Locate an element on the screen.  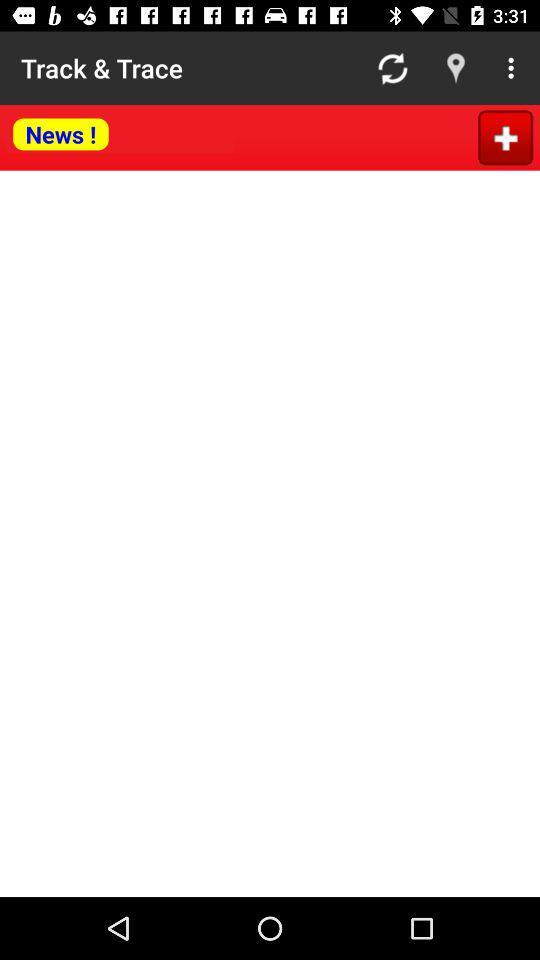
news article body is located at coordinates (270, 532).